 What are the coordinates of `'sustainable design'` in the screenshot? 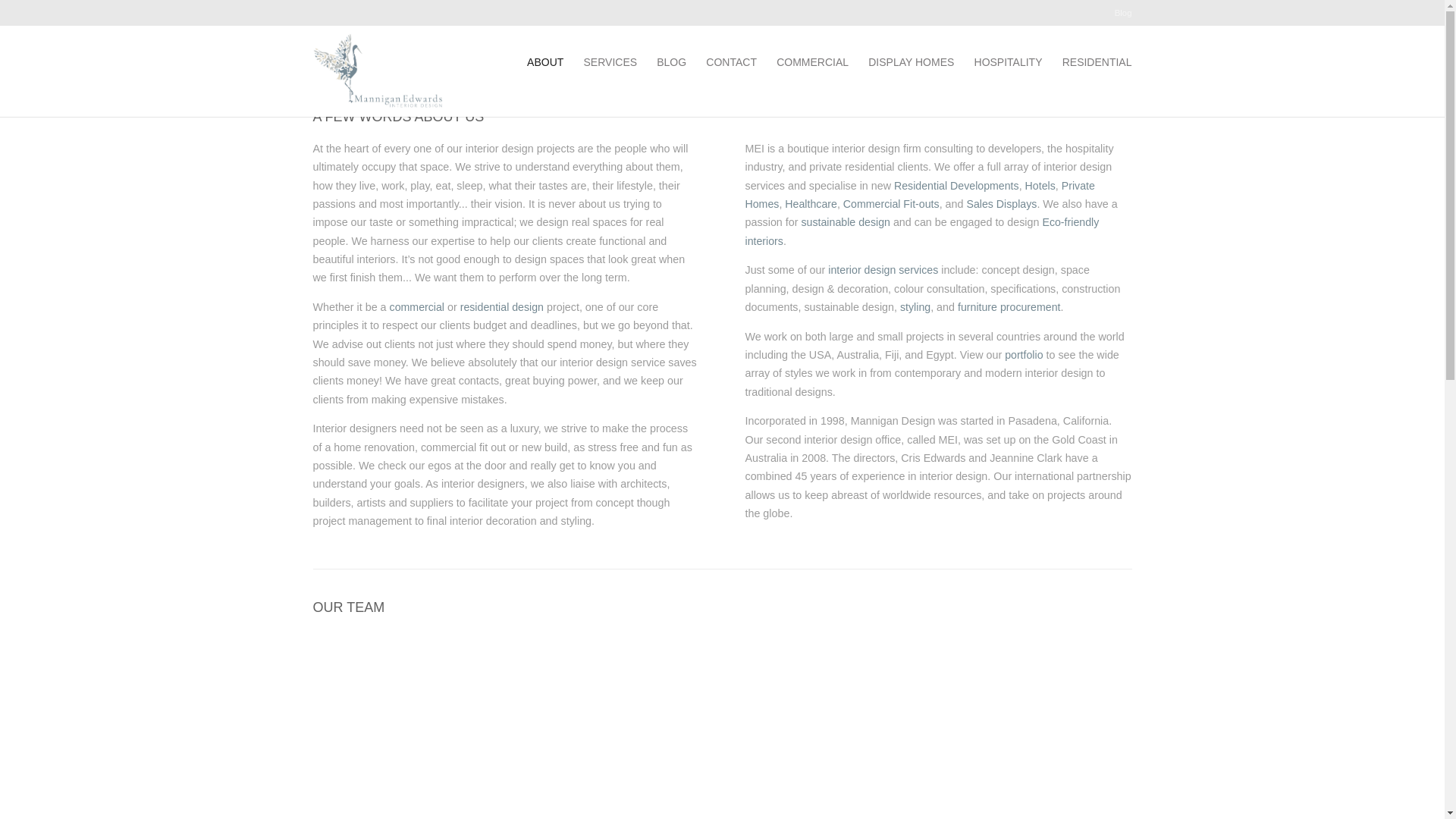 It's located at (800, 222).